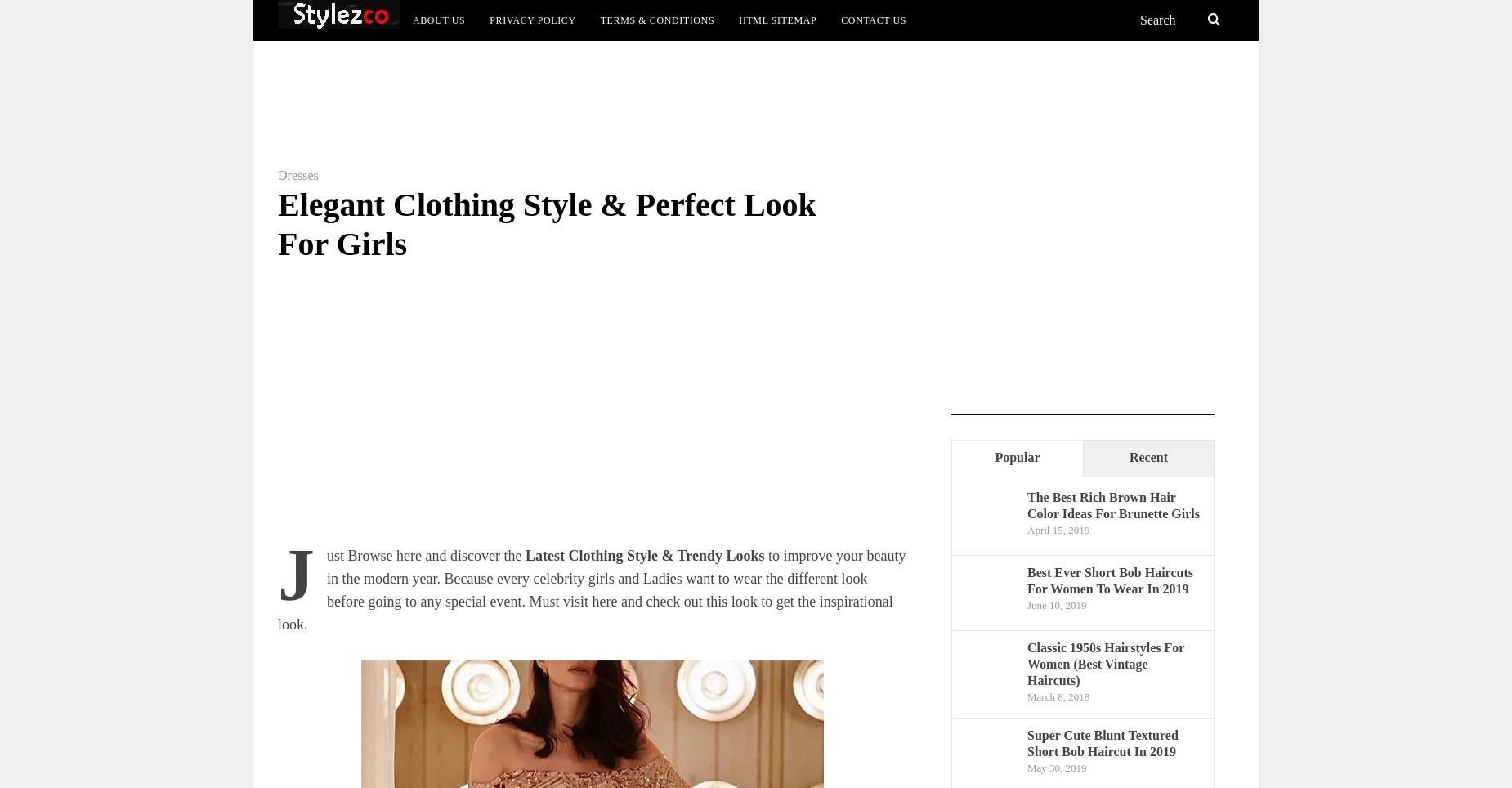 The width and height of the screenshot is (1512, 788). What do you see at coordinates (890, 115) in the screenshot?
I see `'Celebrity Hairstyles'` at bounding box center [890, 115].